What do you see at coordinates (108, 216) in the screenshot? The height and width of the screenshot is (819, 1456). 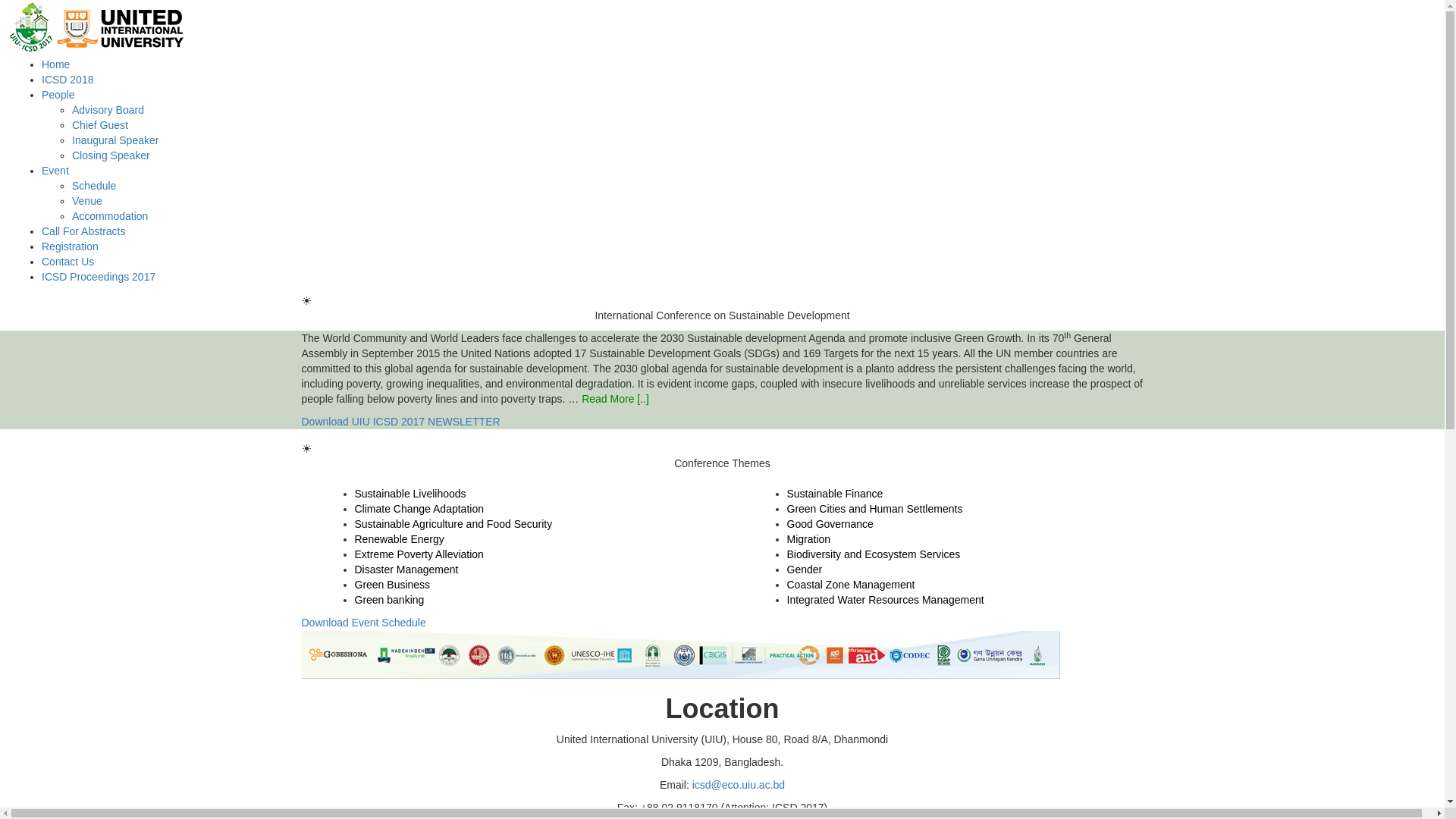 I see `'Accommodation'` at bounding box center [108, 216].